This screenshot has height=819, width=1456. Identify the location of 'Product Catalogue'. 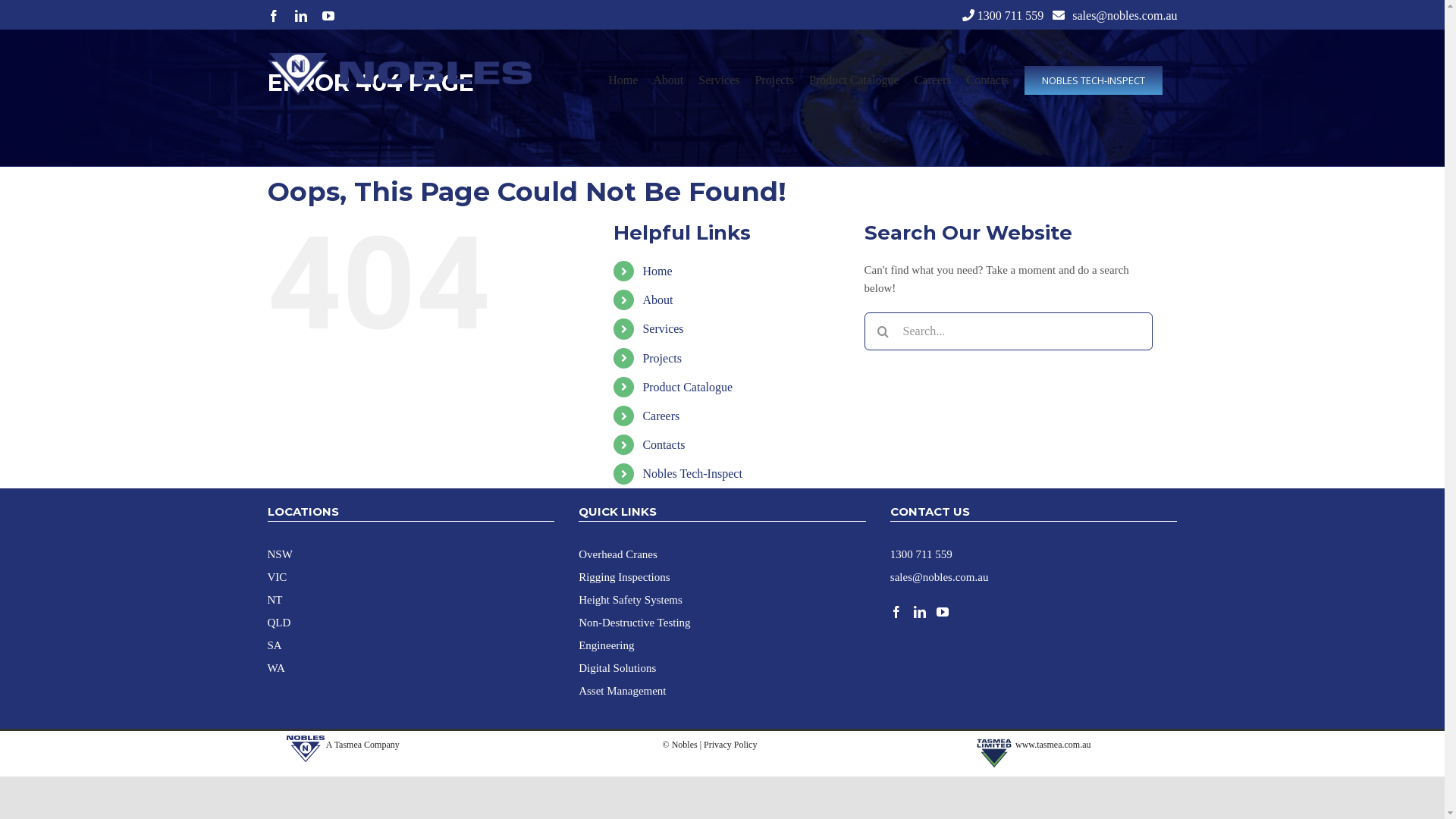
(854, 80).